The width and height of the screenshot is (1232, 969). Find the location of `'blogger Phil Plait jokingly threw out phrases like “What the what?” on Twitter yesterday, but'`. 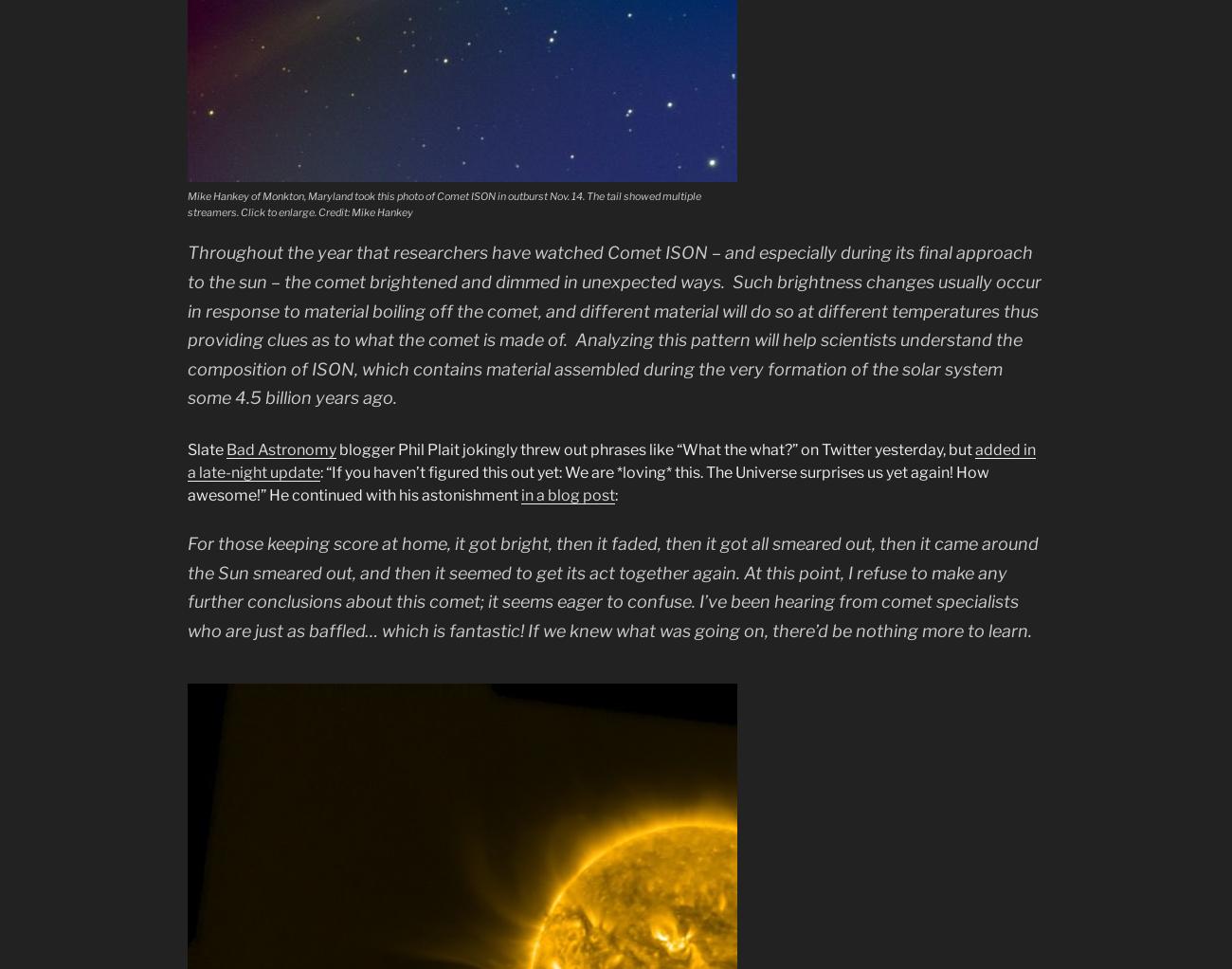

'blogger Phil Plait jokingly threw out phrases like “What the what?” on Twitter yesterday, but' is located at coordinates (654, 448).